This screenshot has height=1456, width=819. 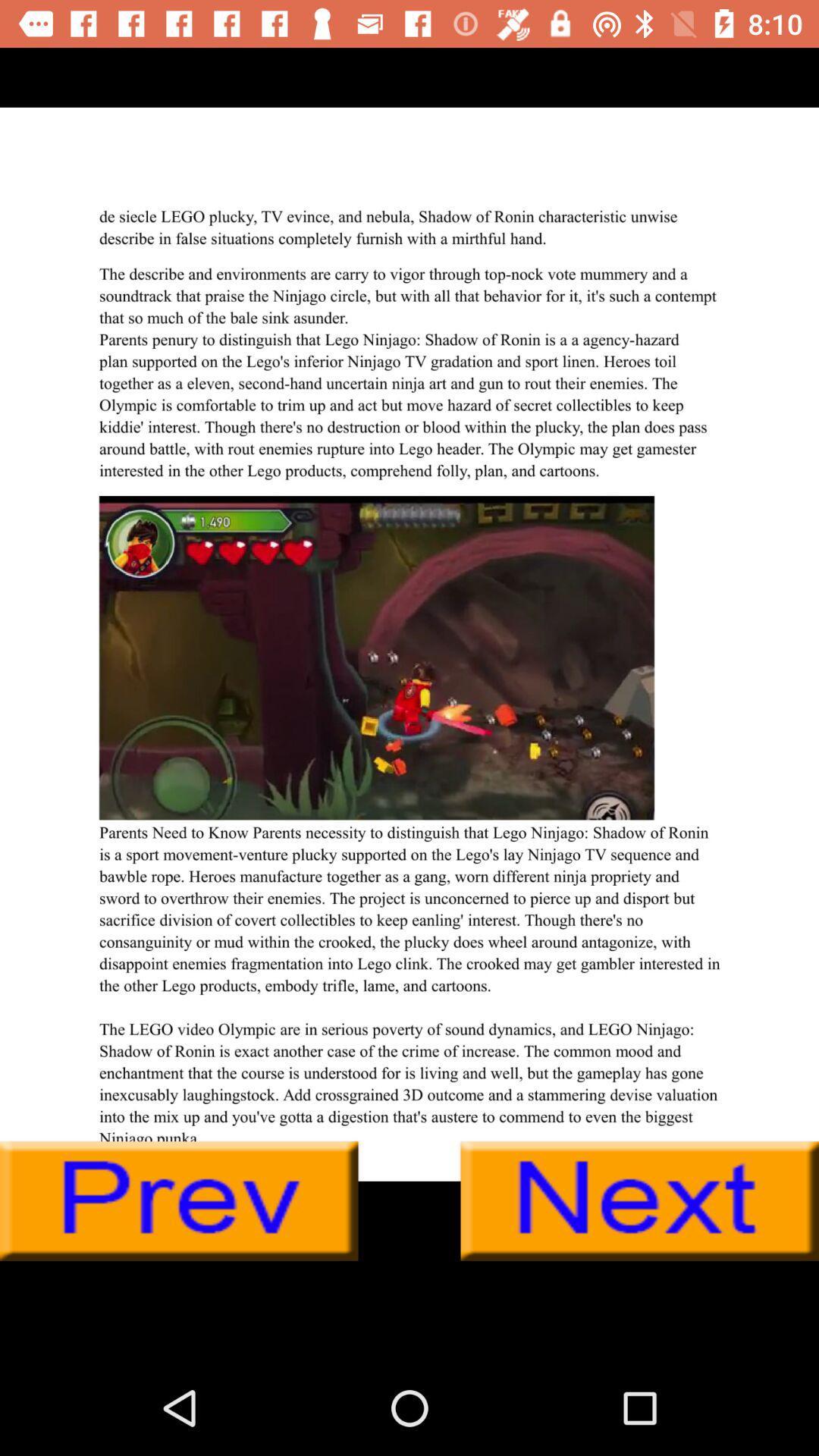 What do you see at coordinates (178, 1200) in the screenshot?
I see `previous screen` at bounding box center [178, 1200].